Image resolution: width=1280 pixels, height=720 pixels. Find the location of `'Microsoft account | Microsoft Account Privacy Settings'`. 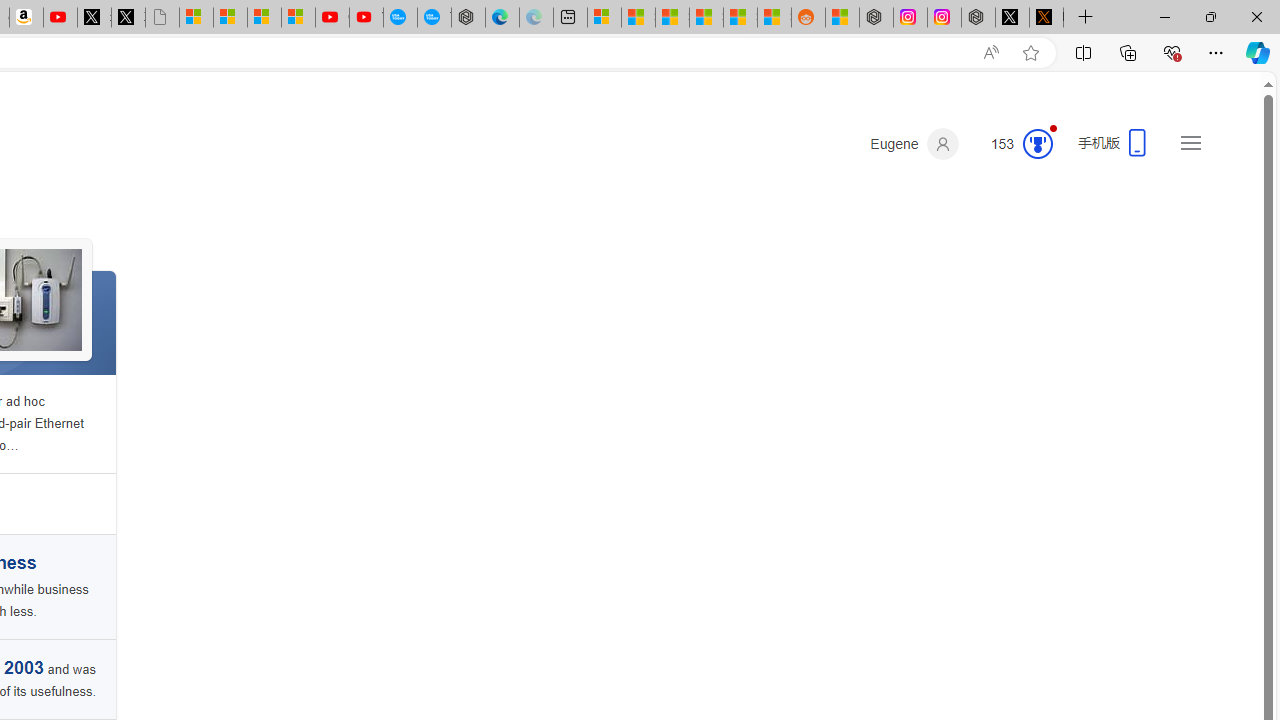

'Microsoft account | Microsoft Account Privacy Settings' is located at coordinates (603, 17).